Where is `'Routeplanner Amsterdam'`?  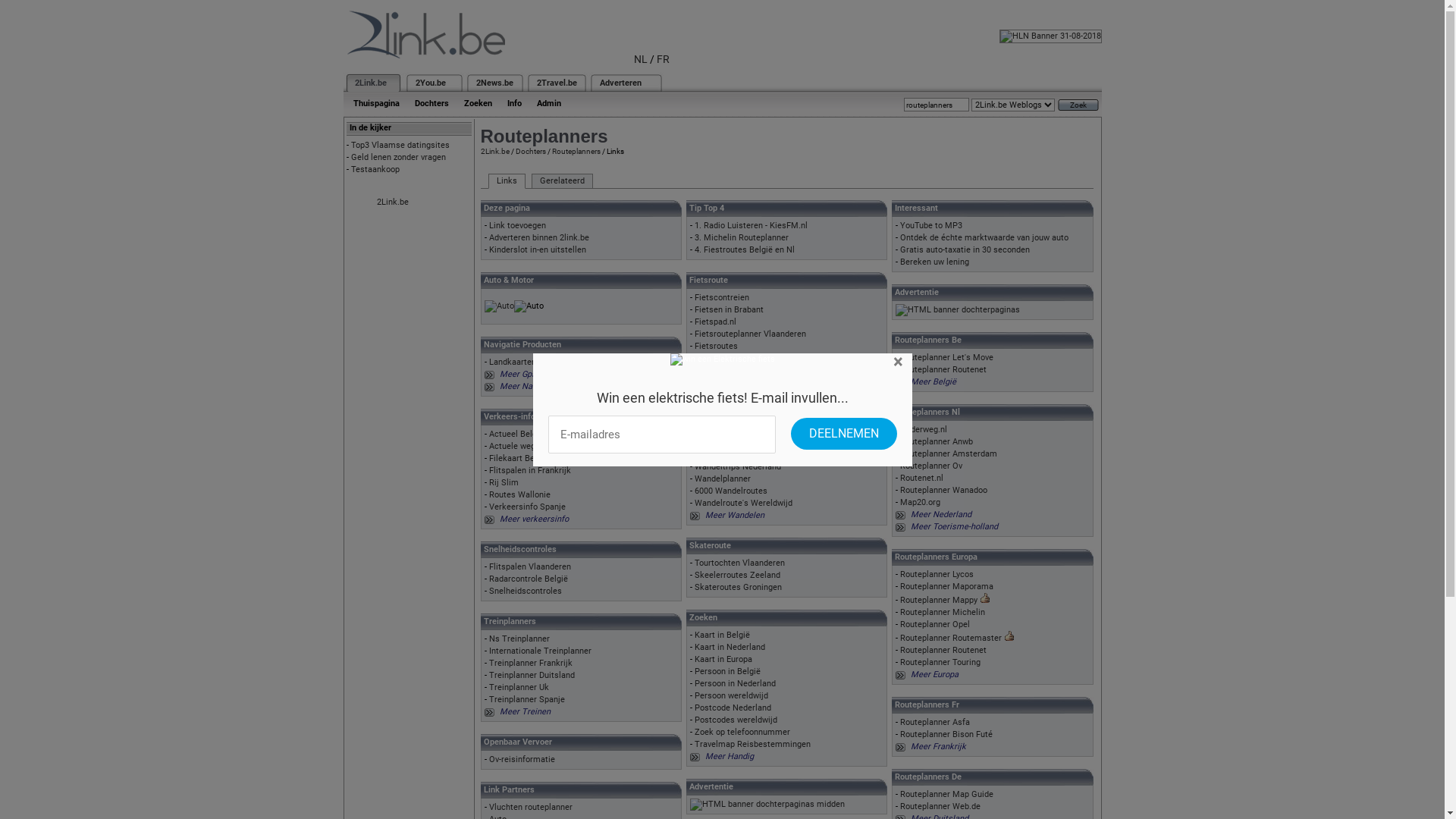 'Routeplanner Amsterdam' is located at coordinates (948, 453).